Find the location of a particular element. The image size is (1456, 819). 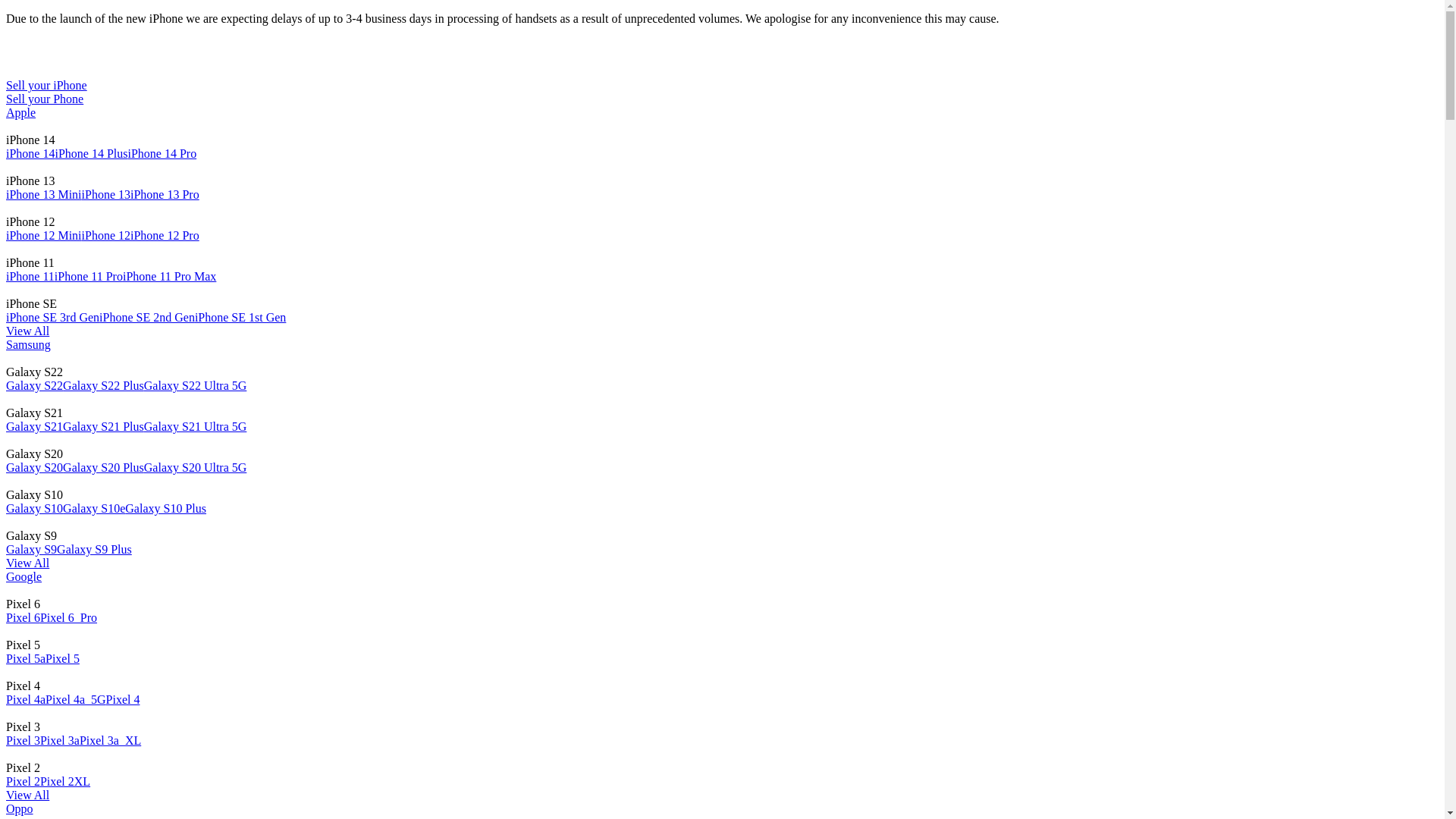

'iPhone 11 Pro Max' is located at coordinates (169, 276).